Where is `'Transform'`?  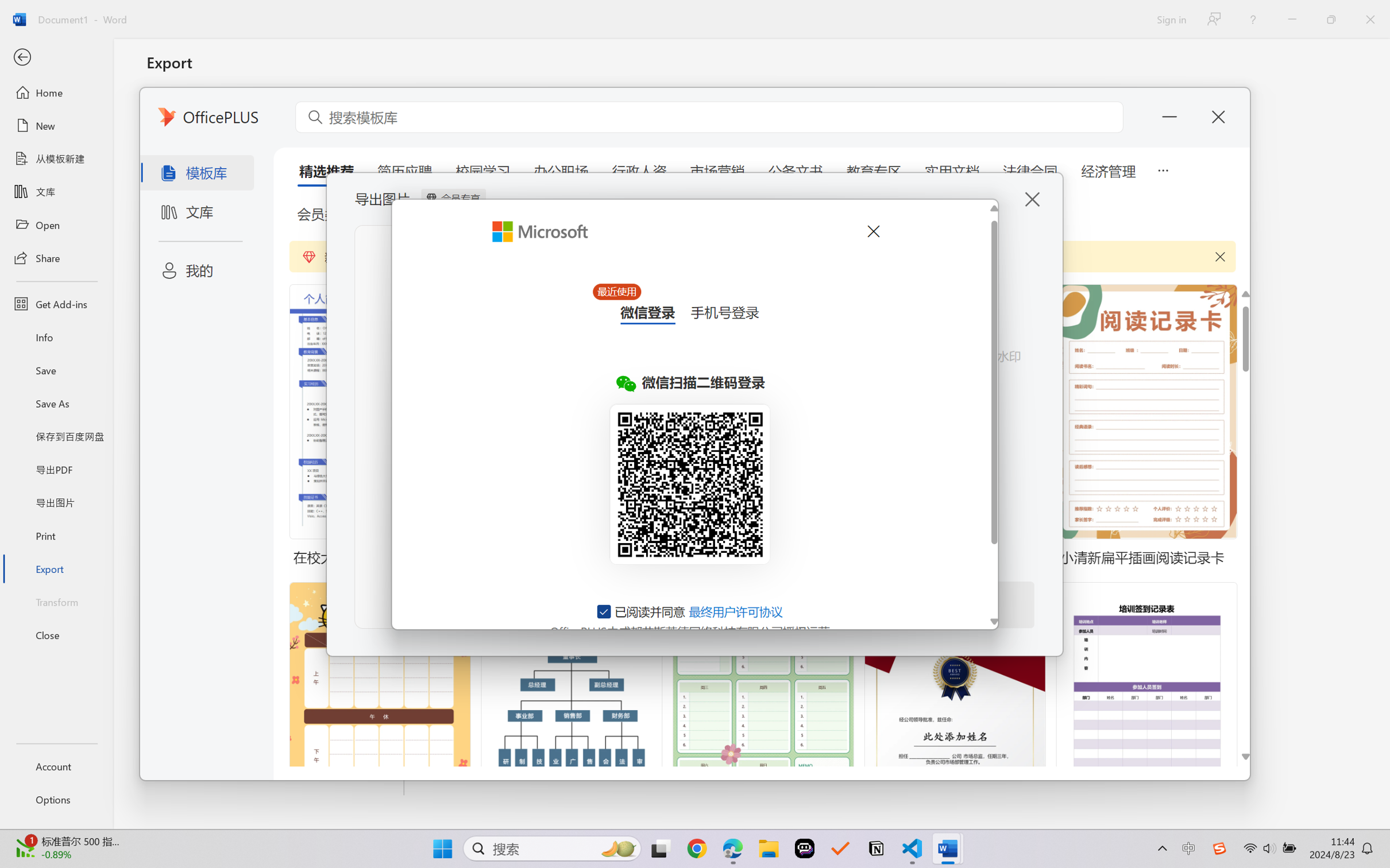 'Transform' is located at coordinates (56, 600).